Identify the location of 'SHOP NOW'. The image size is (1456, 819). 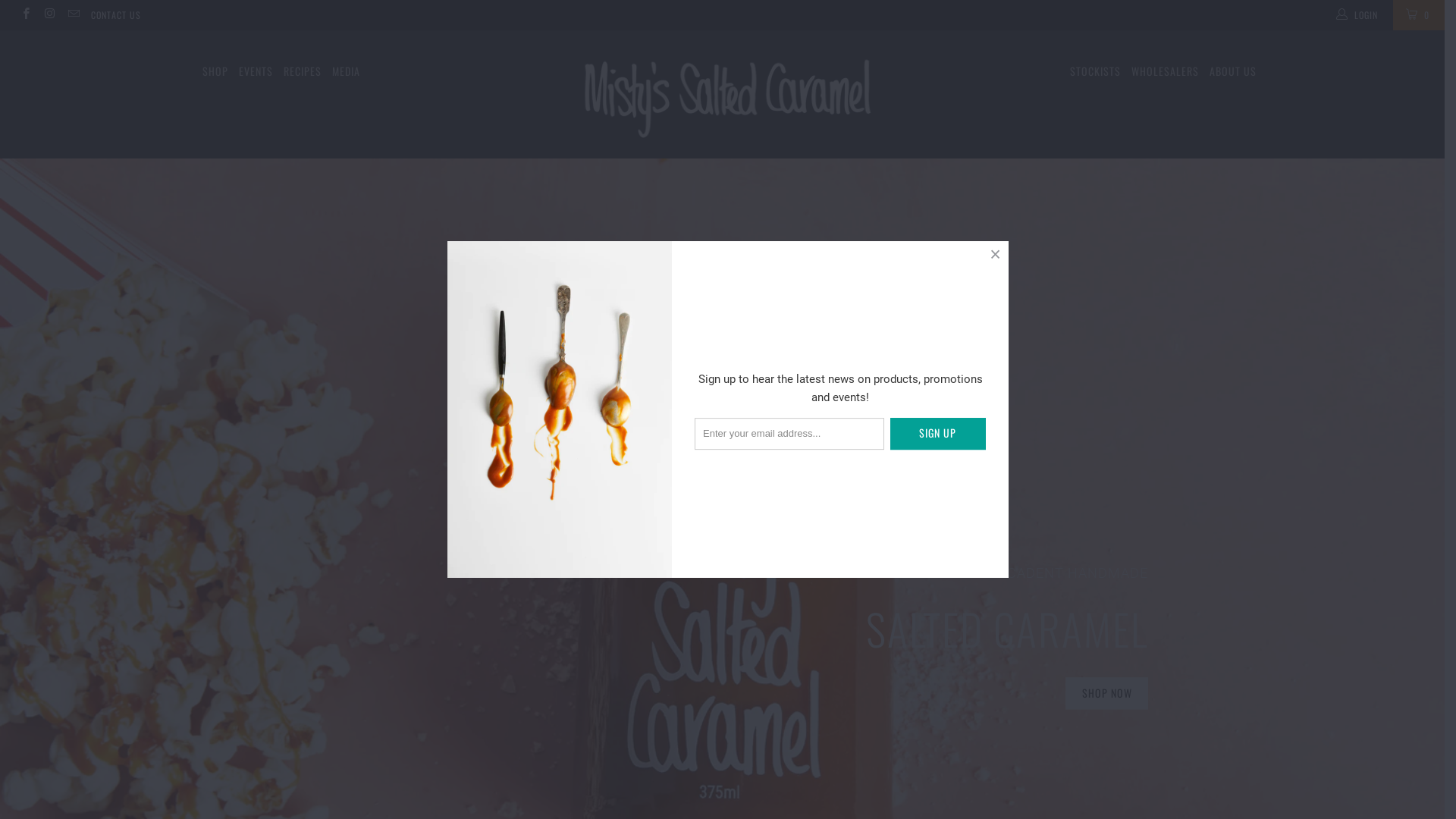
(1106, 693).